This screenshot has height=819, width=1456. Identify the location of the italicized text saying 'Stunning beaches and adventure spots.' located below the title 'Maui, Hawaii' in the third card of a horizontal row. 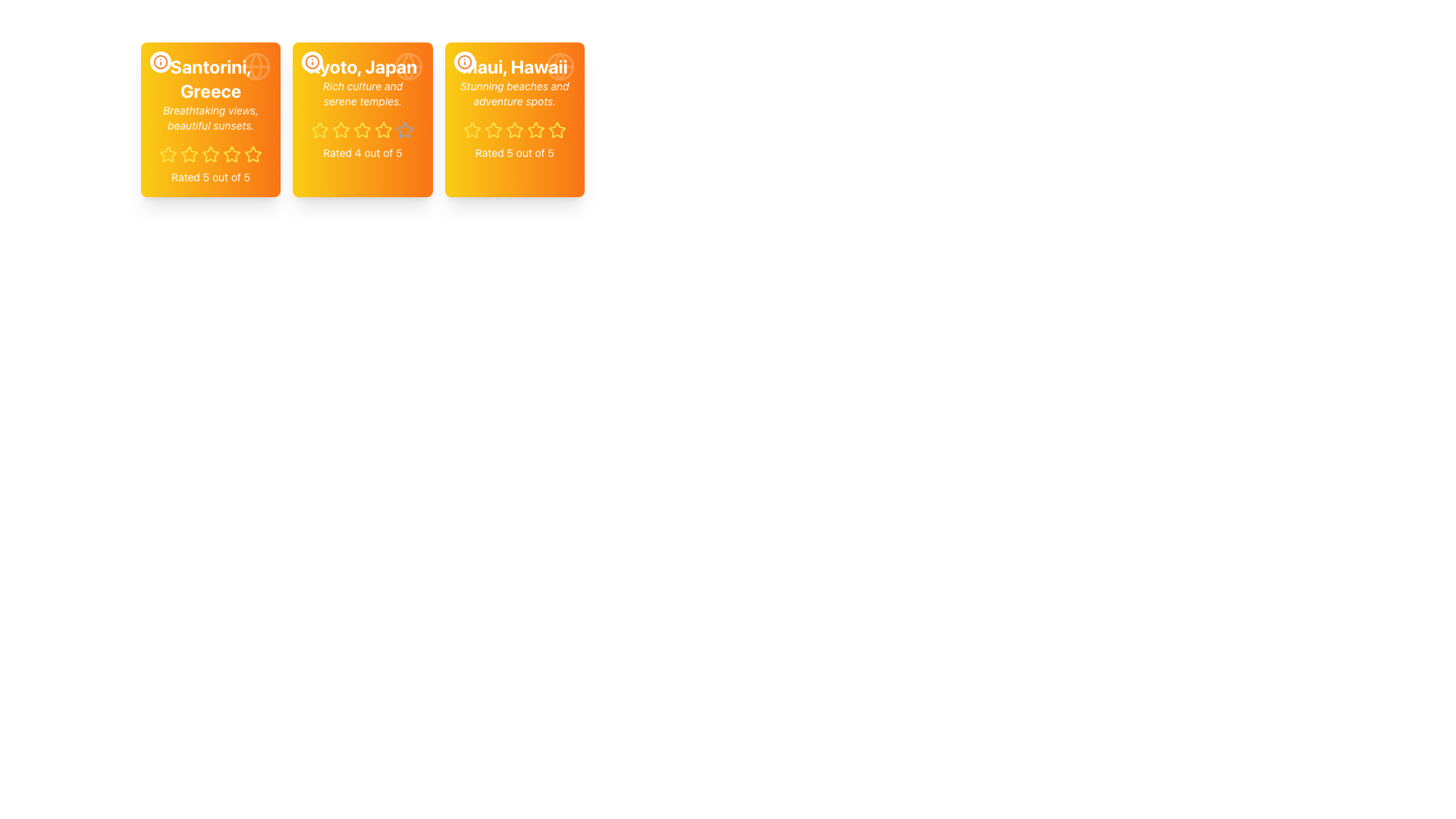
(514, 93).